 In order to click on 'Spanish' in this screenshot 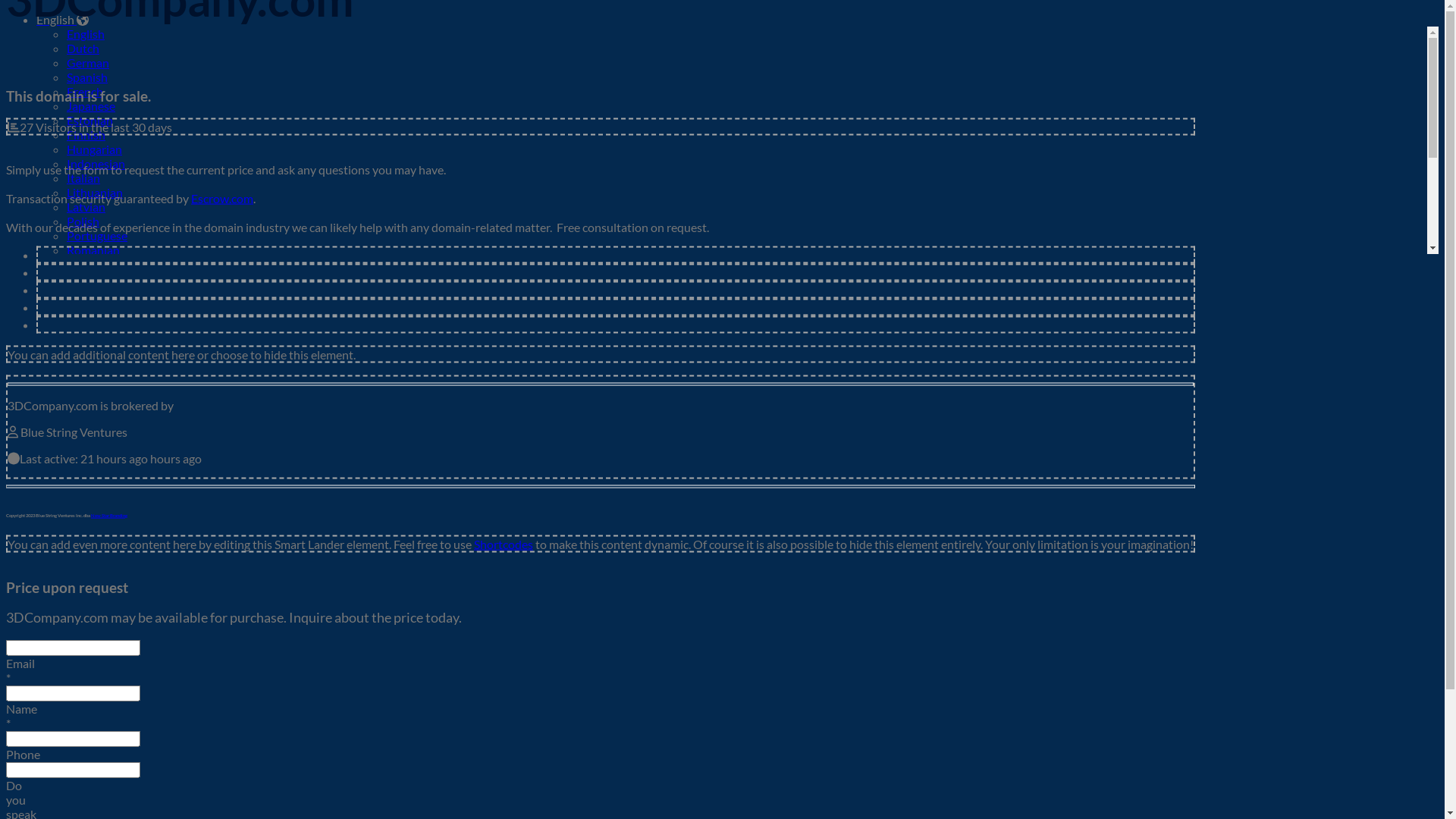, I will do `click(86, 77)`.